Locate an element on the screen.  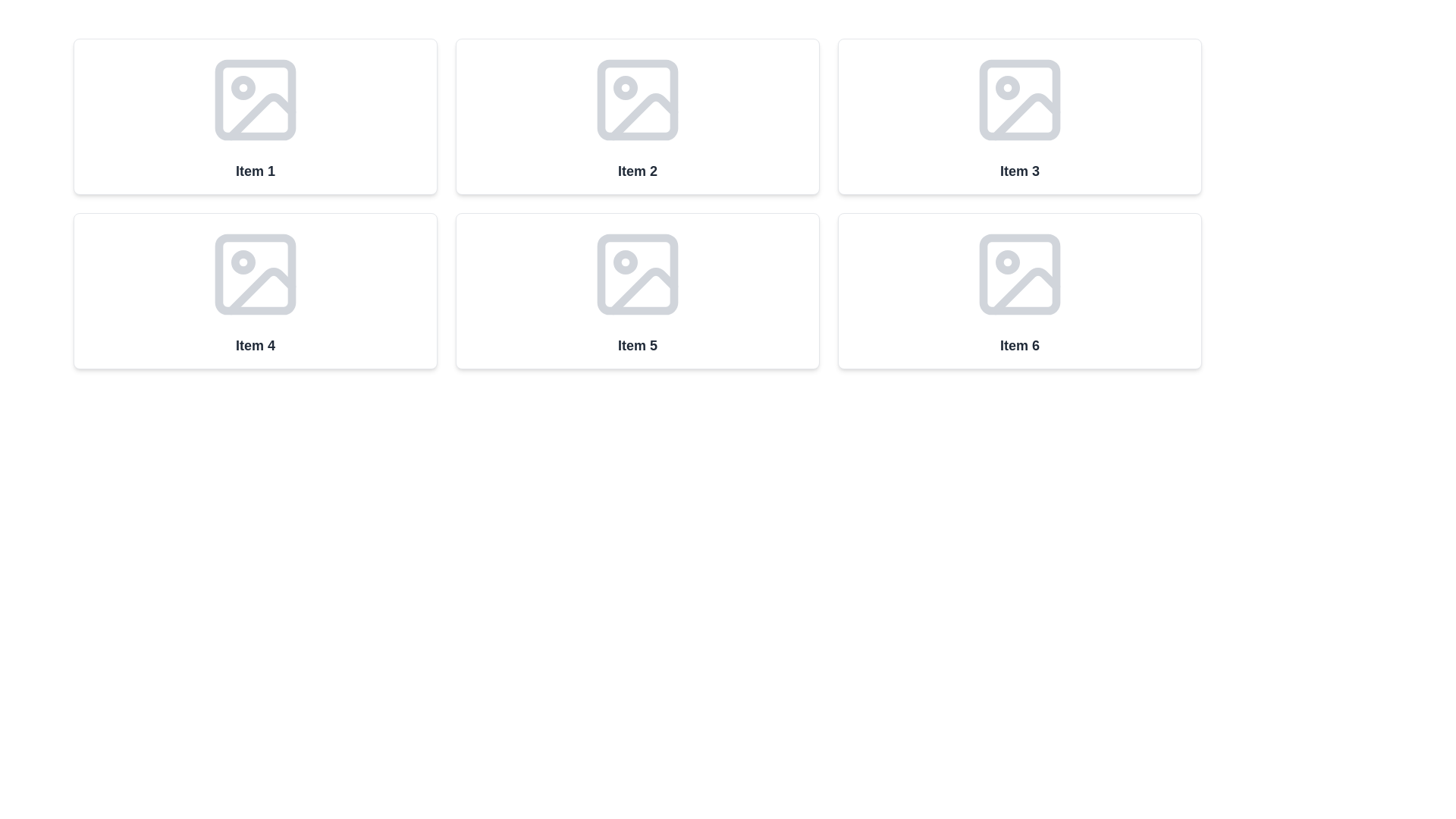
the Card component labeled 'Item 6' located in the bottom-right of a grid layout is located at coordinates (1019, 291).